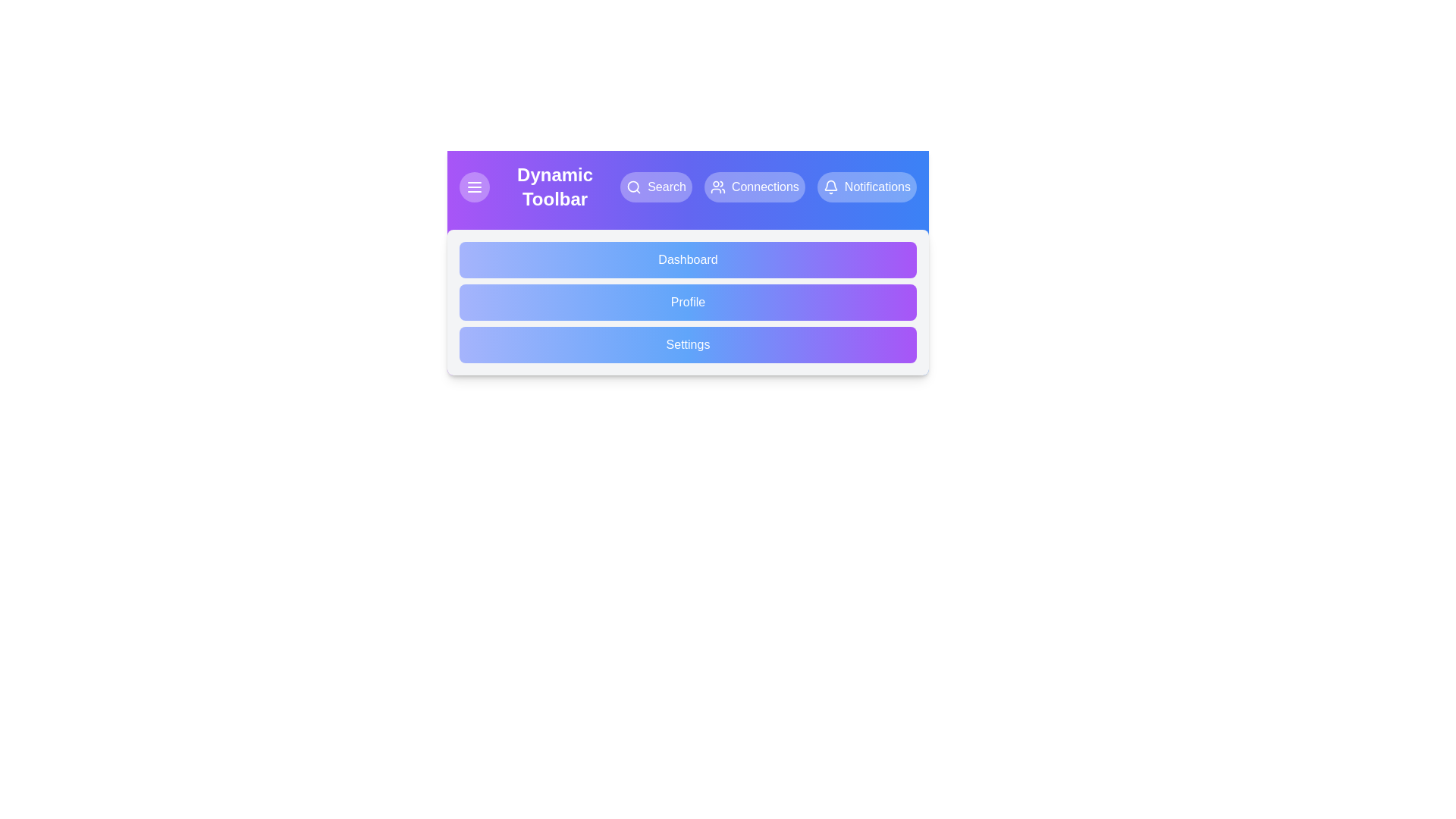 The width and height of the screenshot is (1456, 819). What do you see at coordinates (656, 186) in the screenshot?
I see `the 'Search' button to initiate the search action` at bounding box center [656, 186].